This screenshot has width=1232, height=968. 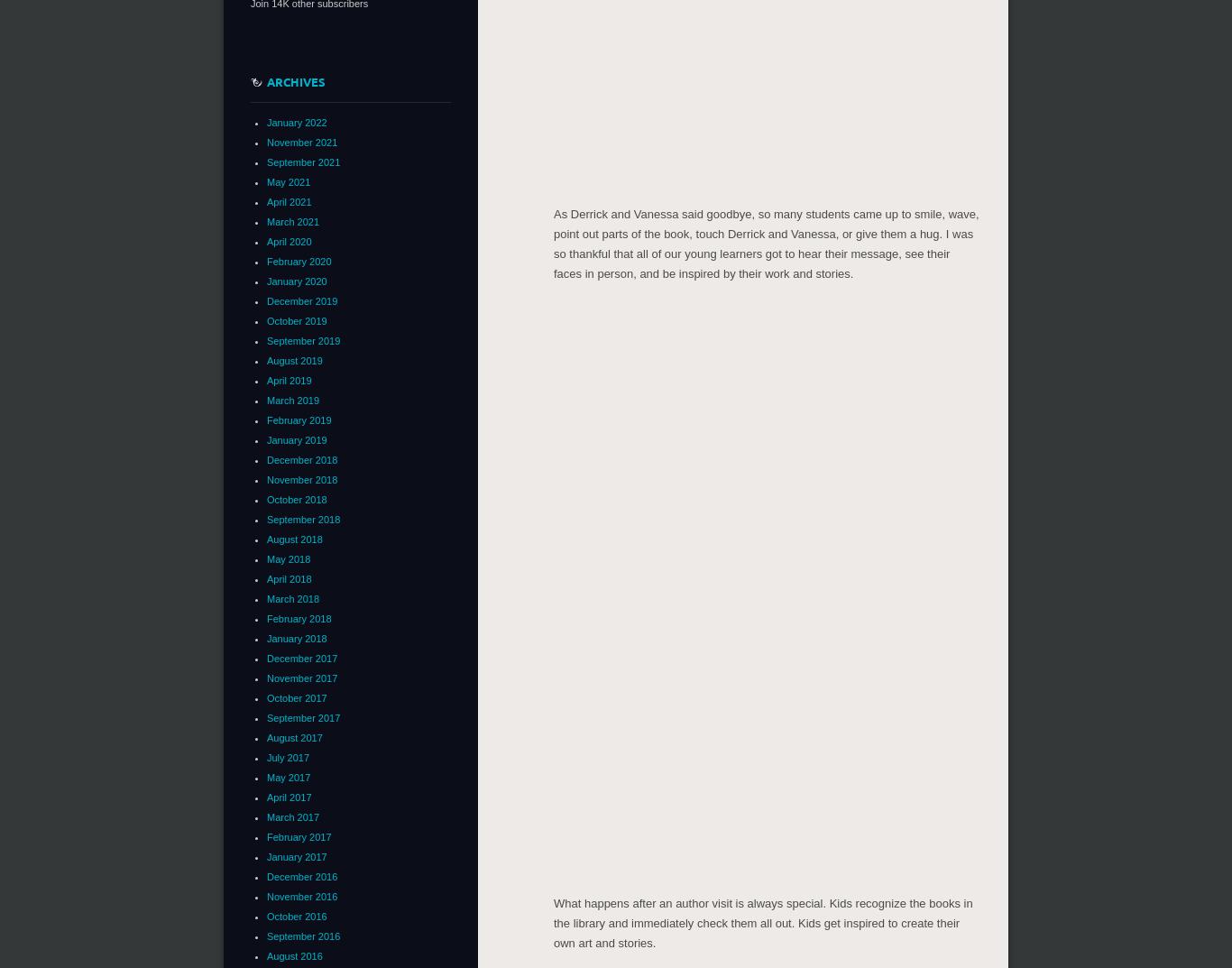 What do you see at coordinates (303, 339) in the screenshot?
I see `'September 2019'` at bounding box center [303, 339].